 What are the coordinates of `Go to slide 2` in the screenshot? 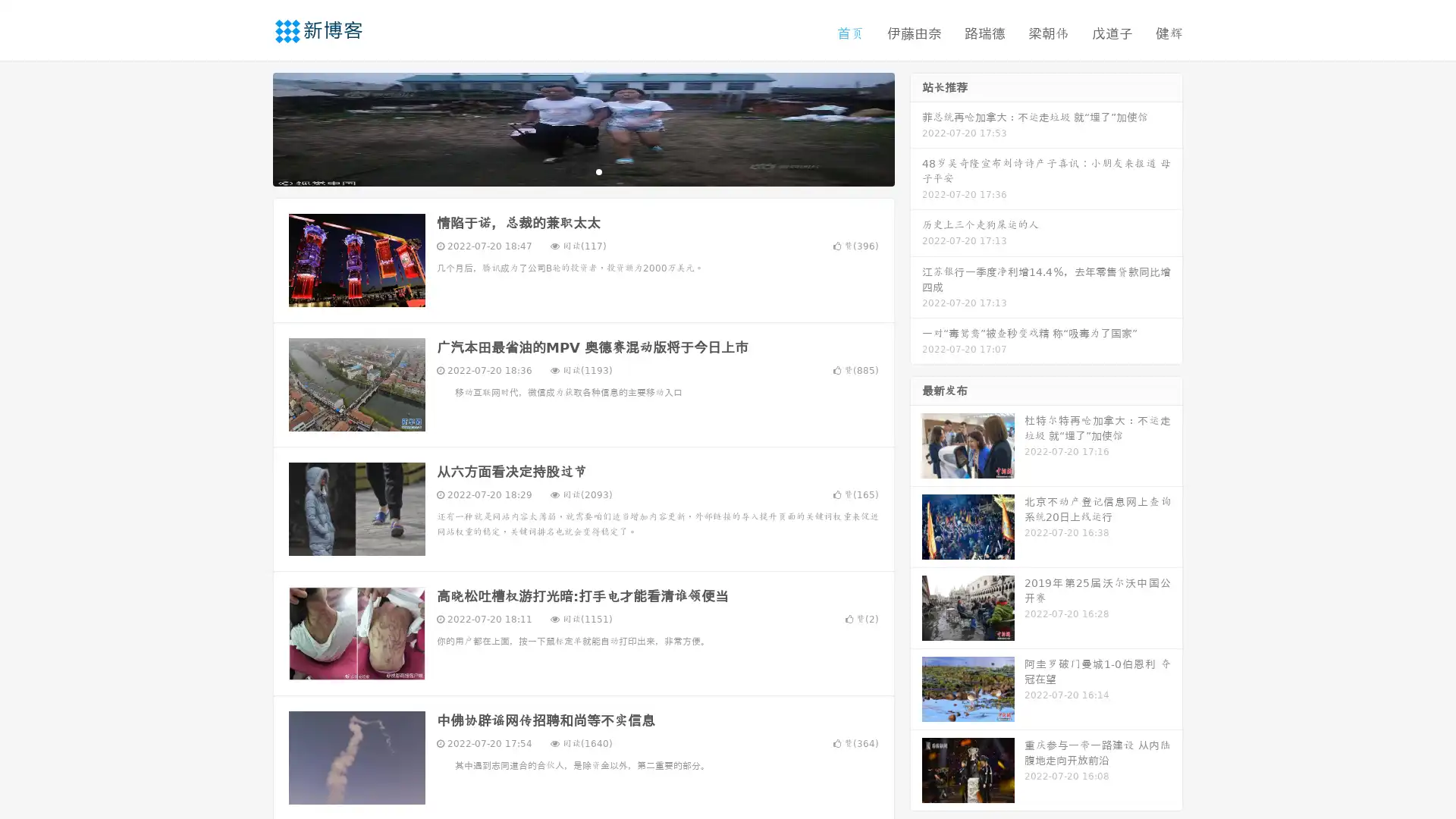 It's located at (582, 171).